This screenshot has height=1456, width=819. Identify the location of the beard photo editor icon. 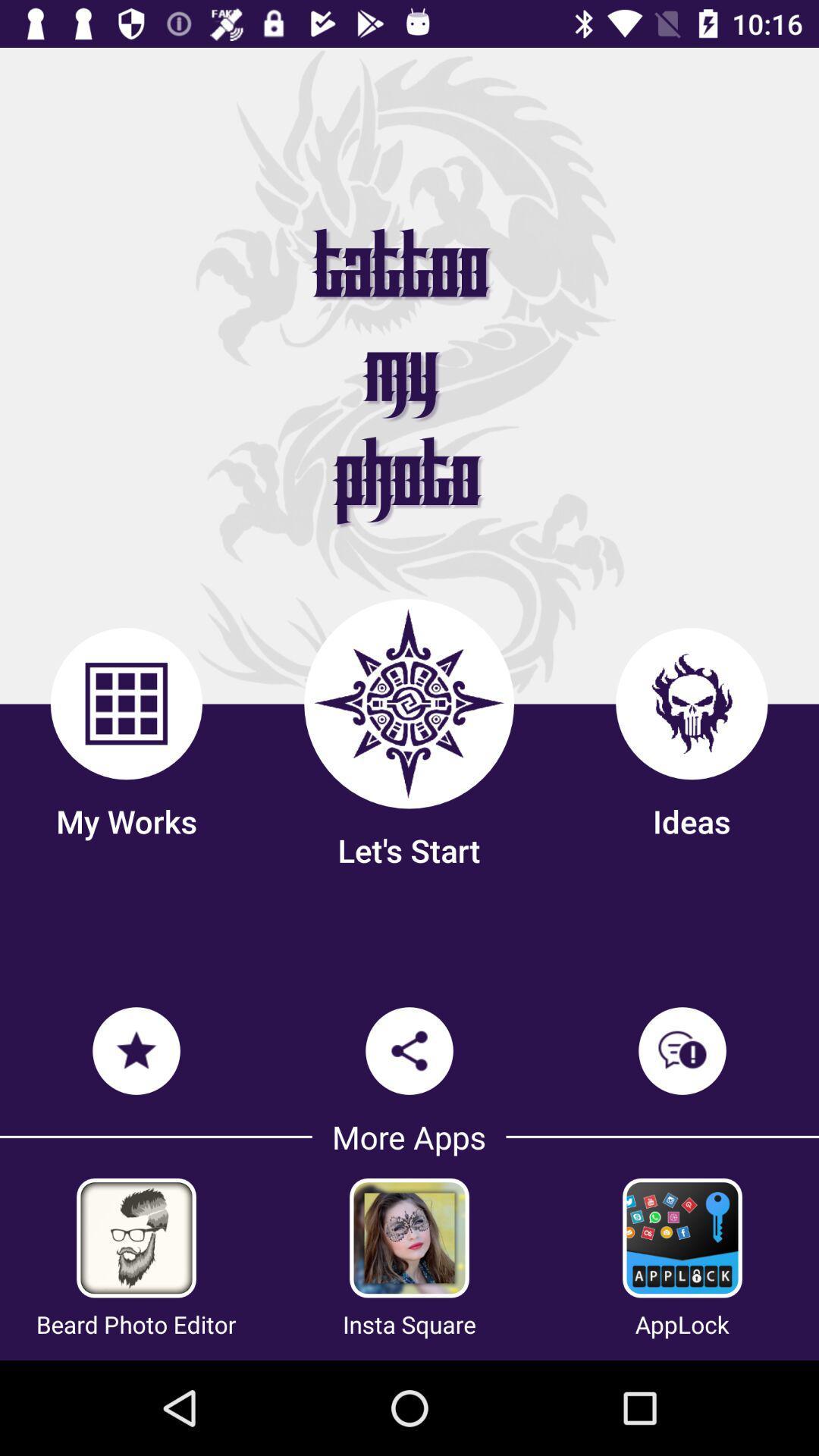
(135, 1323).